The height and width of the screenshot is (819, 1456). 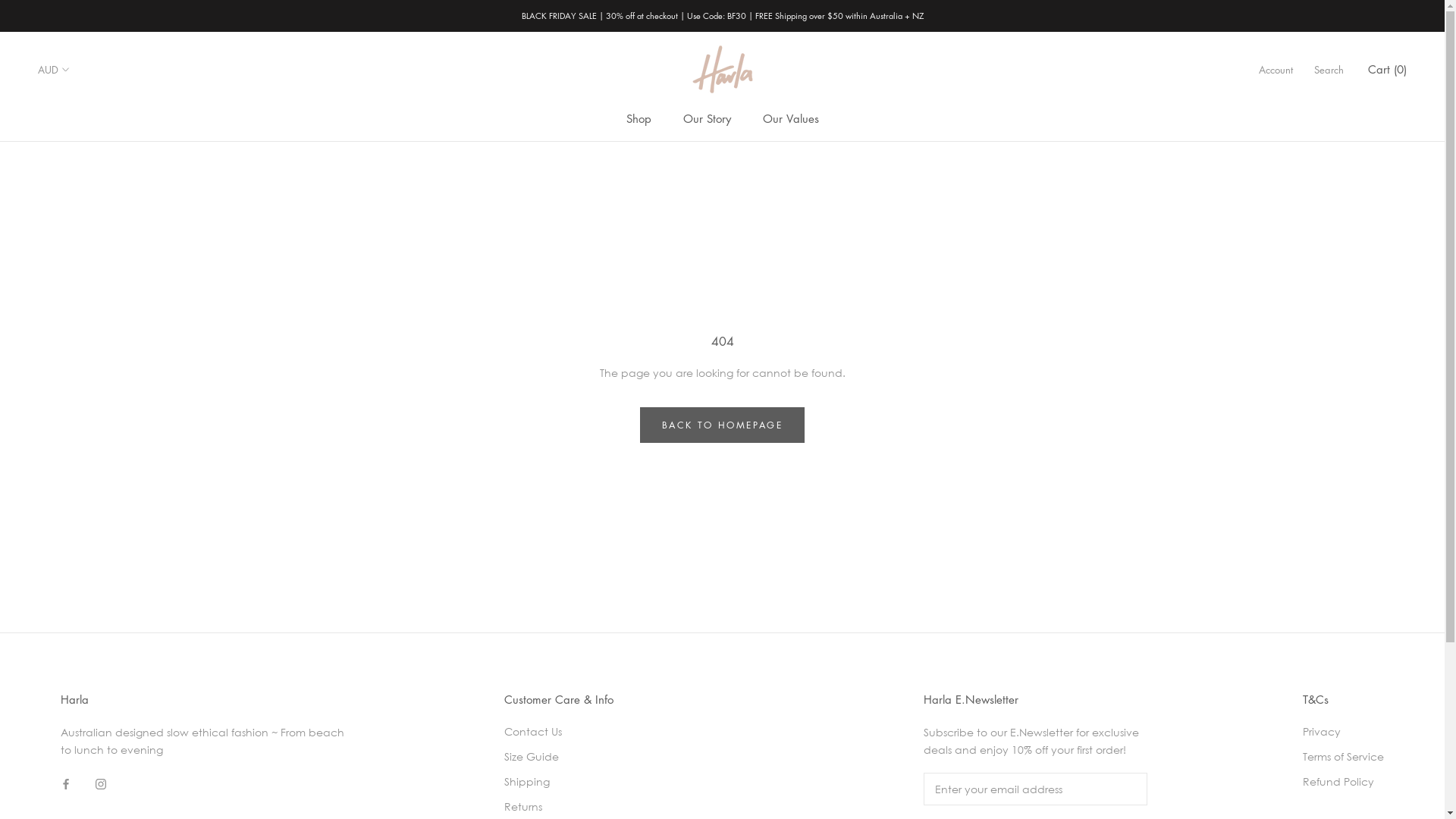 What do you see at coordinates (626, 117) in the screenshot?
I see `'Shop'` at bounding box center [626, 117].